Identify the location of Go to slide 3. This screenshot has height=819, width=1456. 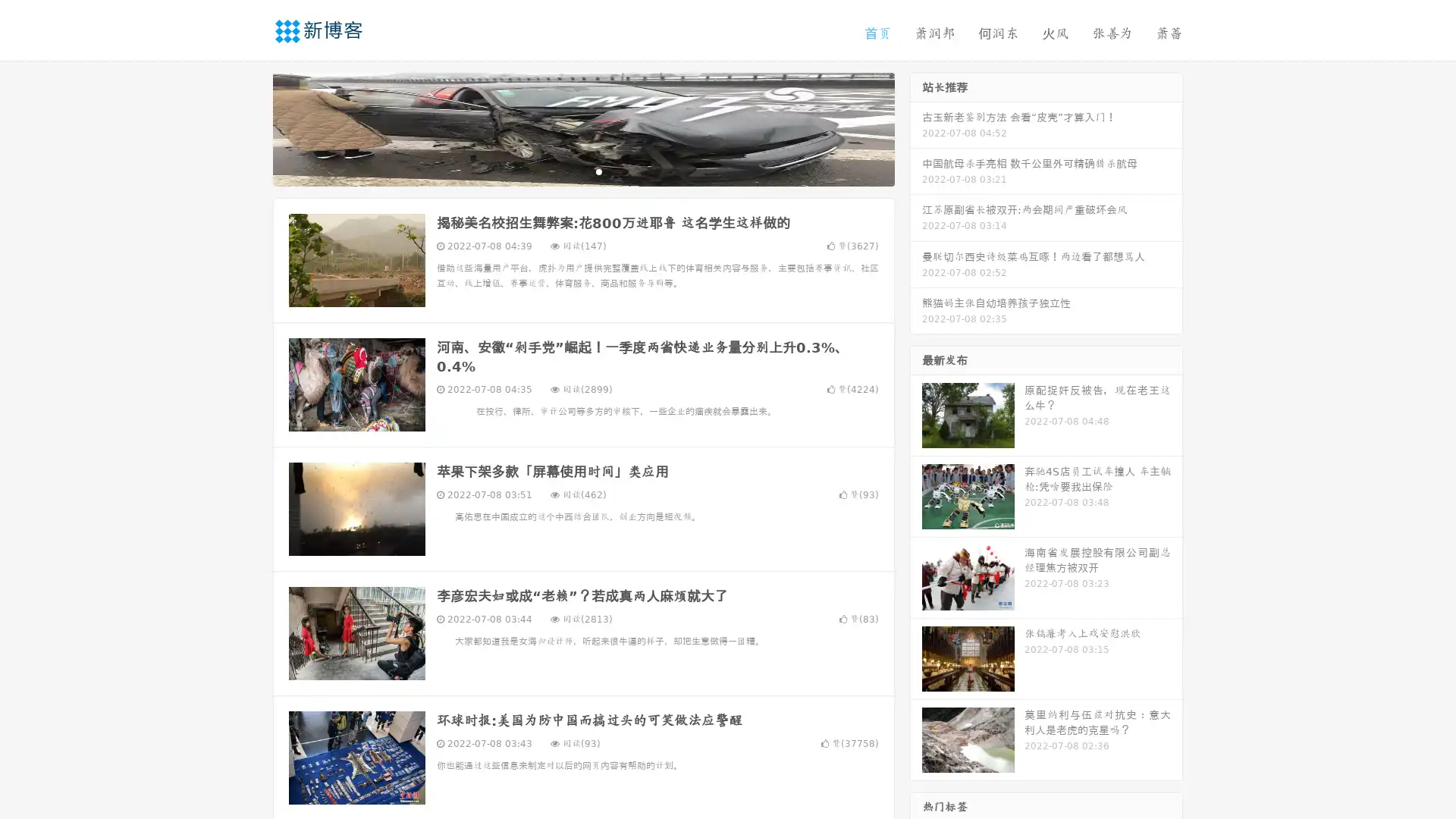
(598, 171).